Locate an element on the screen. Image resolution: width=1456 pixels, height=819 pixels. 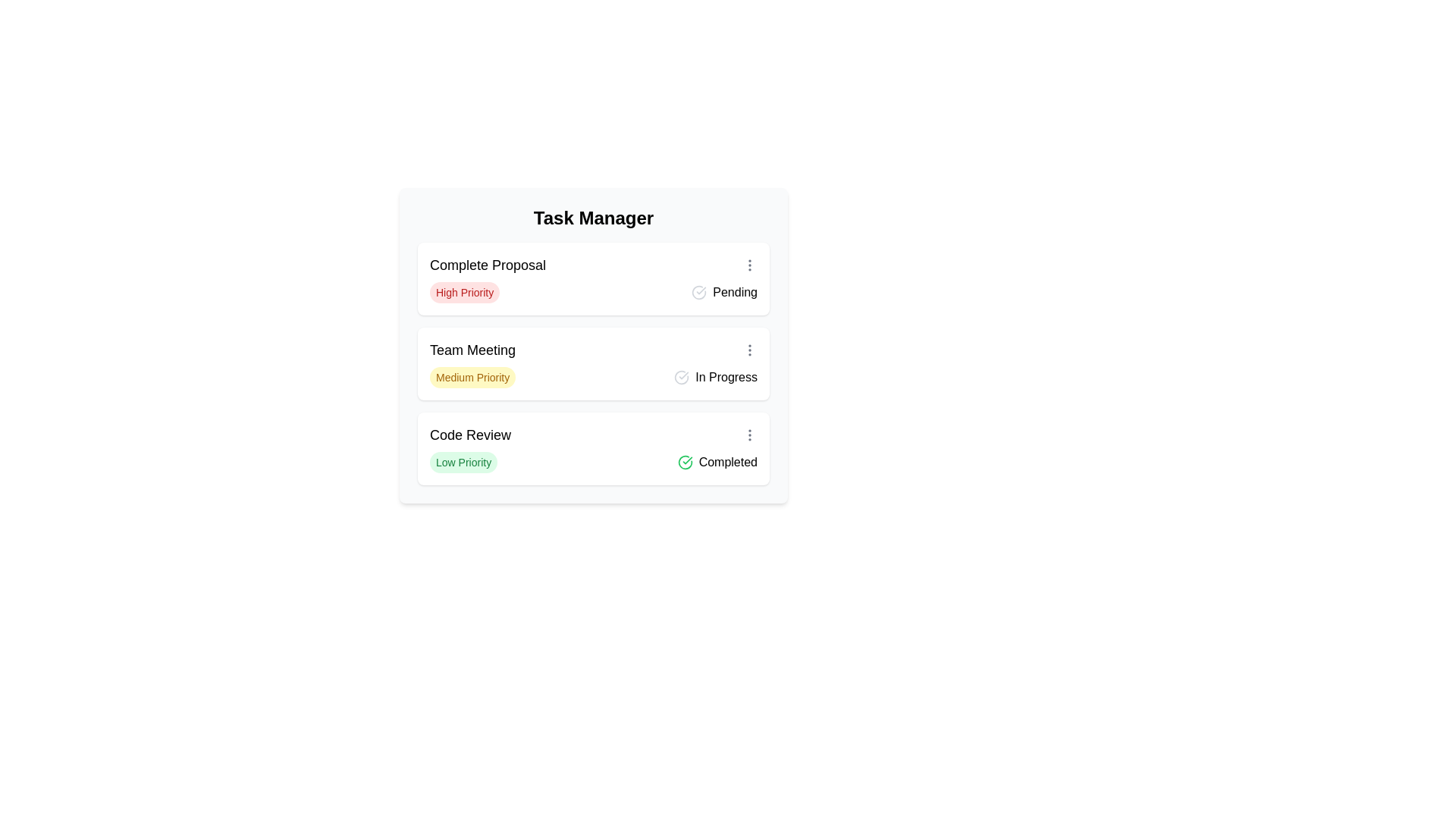
the green circular confirmation icon with a checkmark located in the 'Code Review' task entry, next to the 'Completed' label is located at coordinates (684, 461).